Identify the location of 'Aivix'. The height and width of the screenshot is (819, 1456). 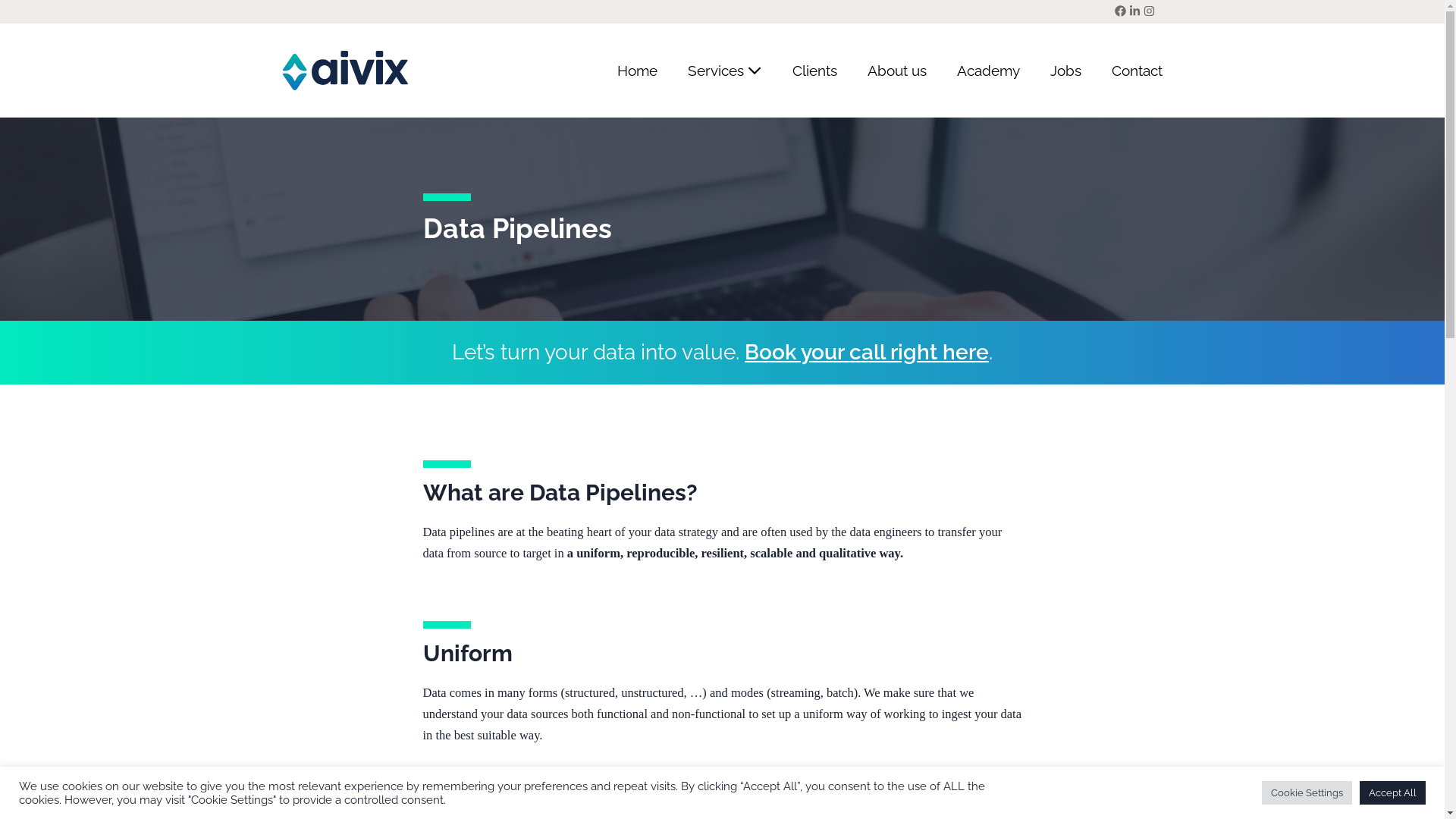
(344, 70).